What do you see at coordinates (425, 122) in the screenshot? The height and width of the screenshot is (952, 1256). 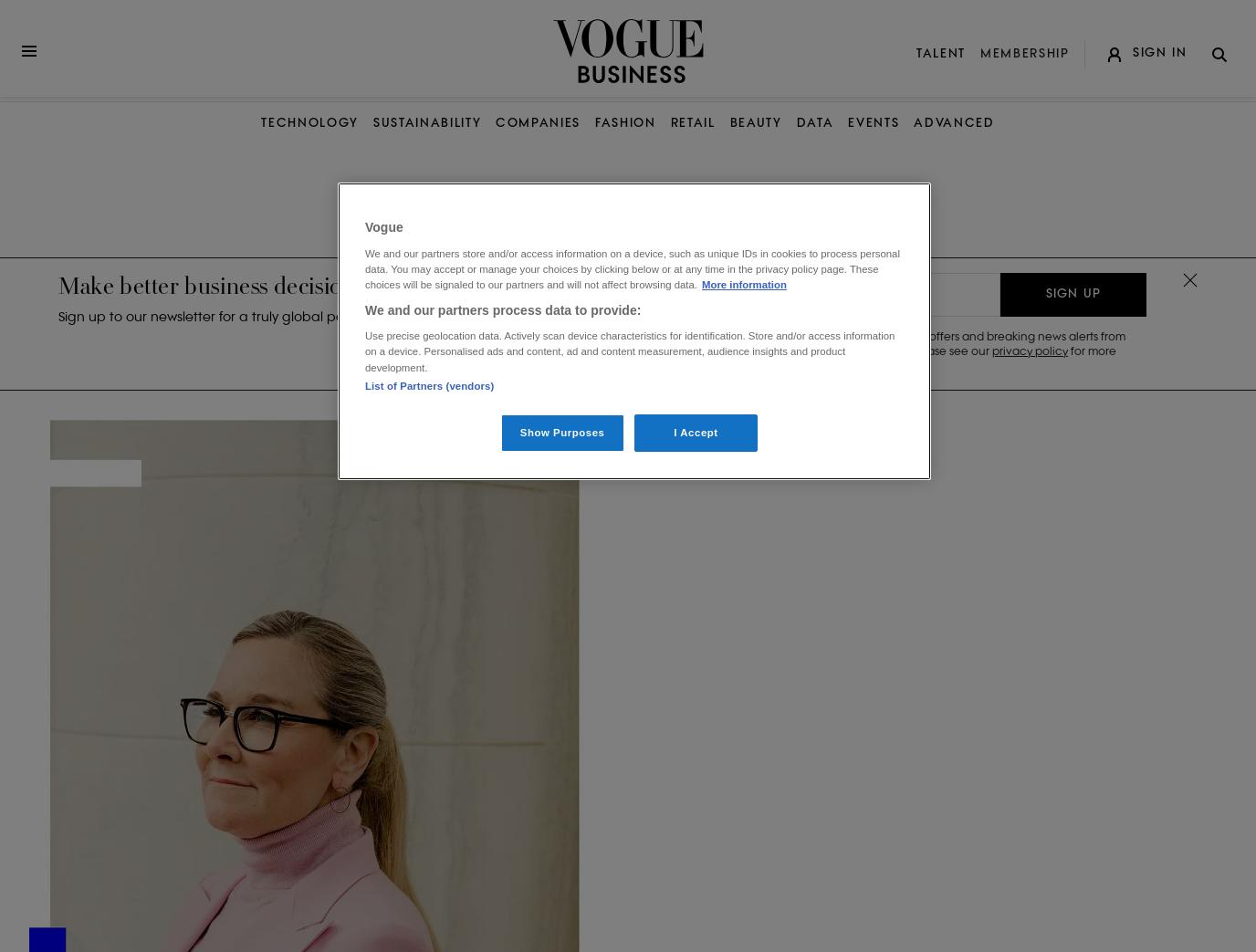 I see `'Sustainability'` at bounding box center [425, 122].